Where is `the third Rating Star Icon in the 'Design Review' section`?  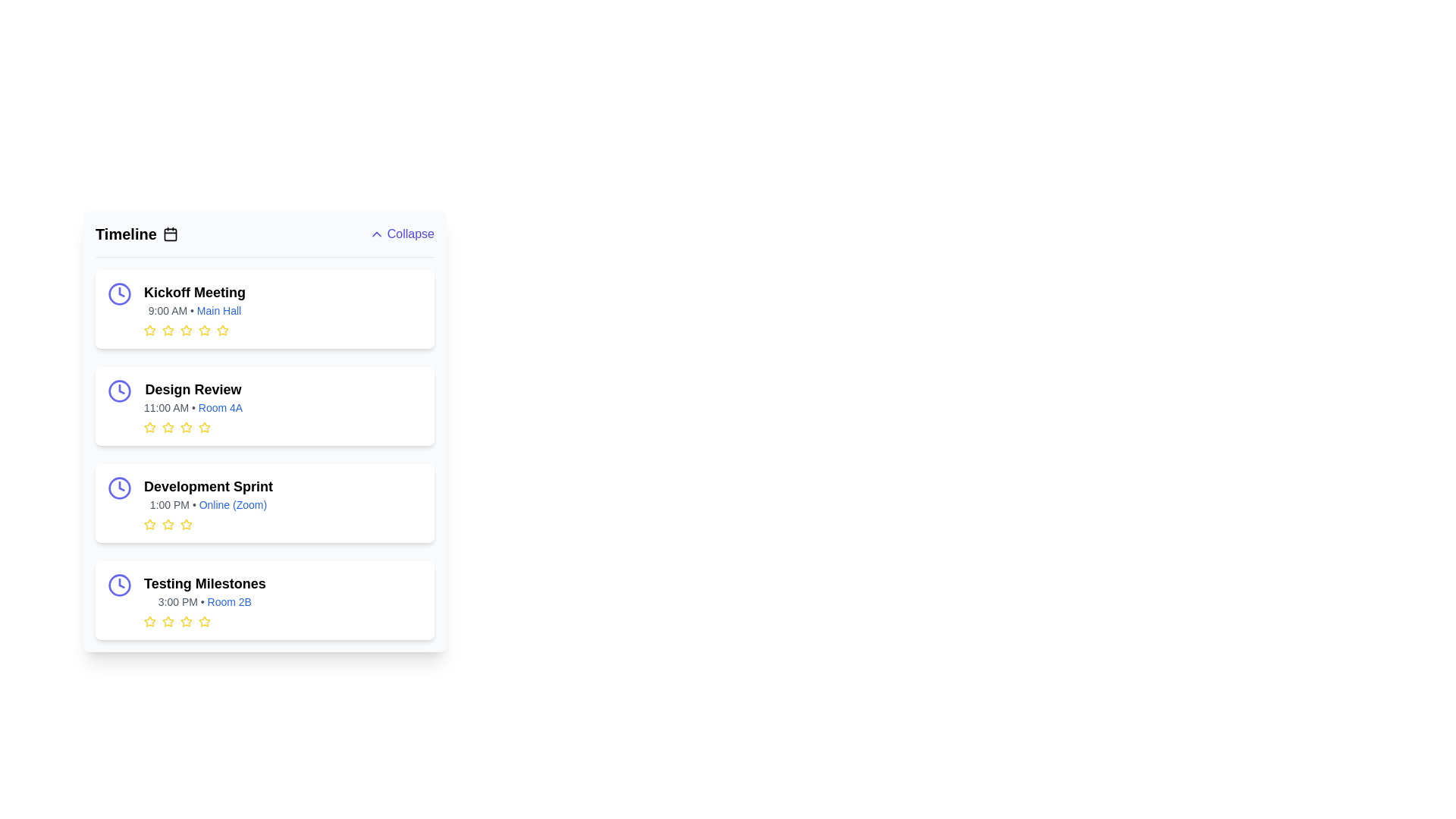 the third Rating Star Icon in the 'Design Review' section is located at coordinates (203, 427).